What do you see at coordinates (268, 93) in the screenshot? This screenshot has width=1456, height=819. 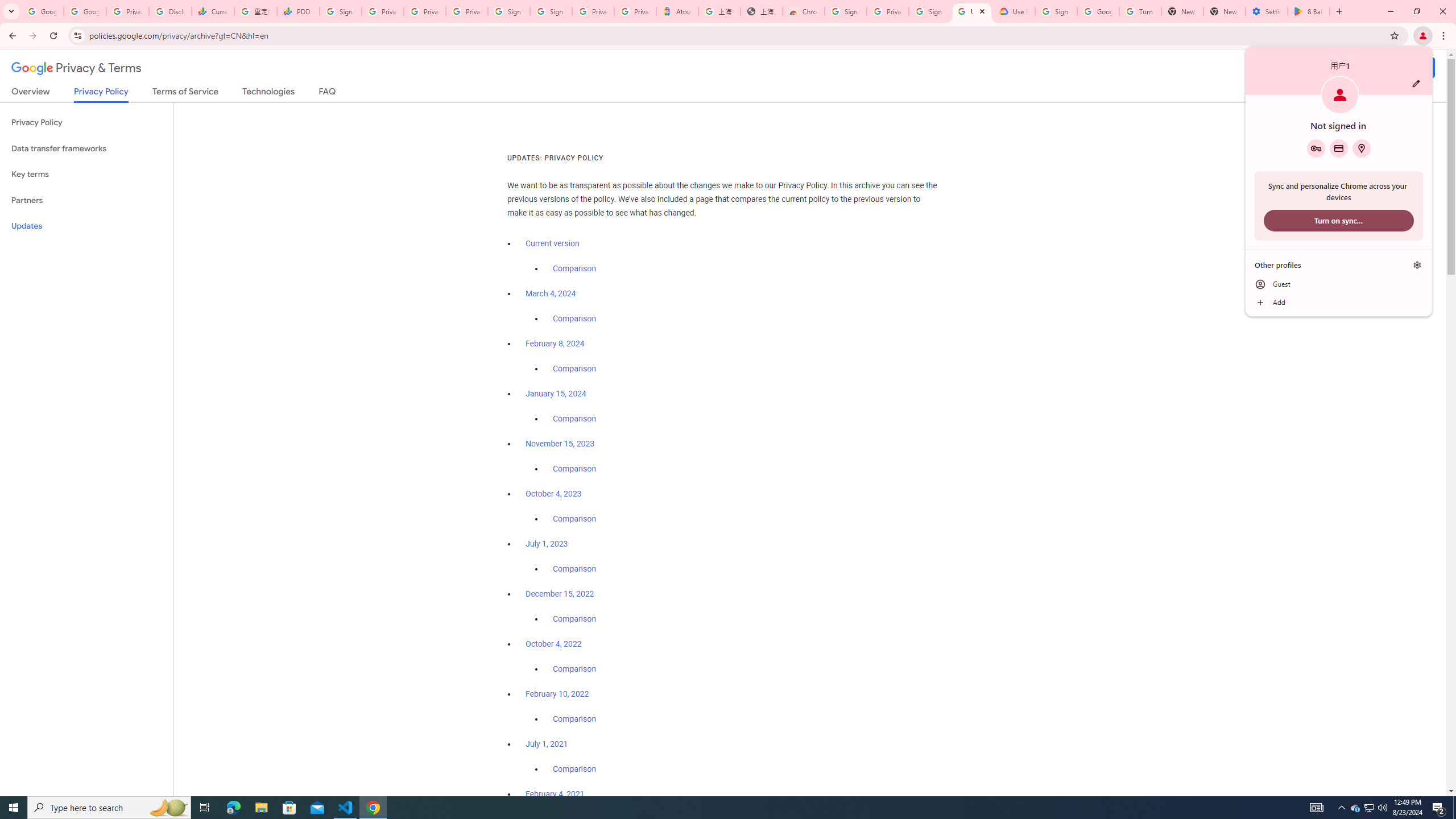 I see `'Technologies'` at bounding box center [268, 93].